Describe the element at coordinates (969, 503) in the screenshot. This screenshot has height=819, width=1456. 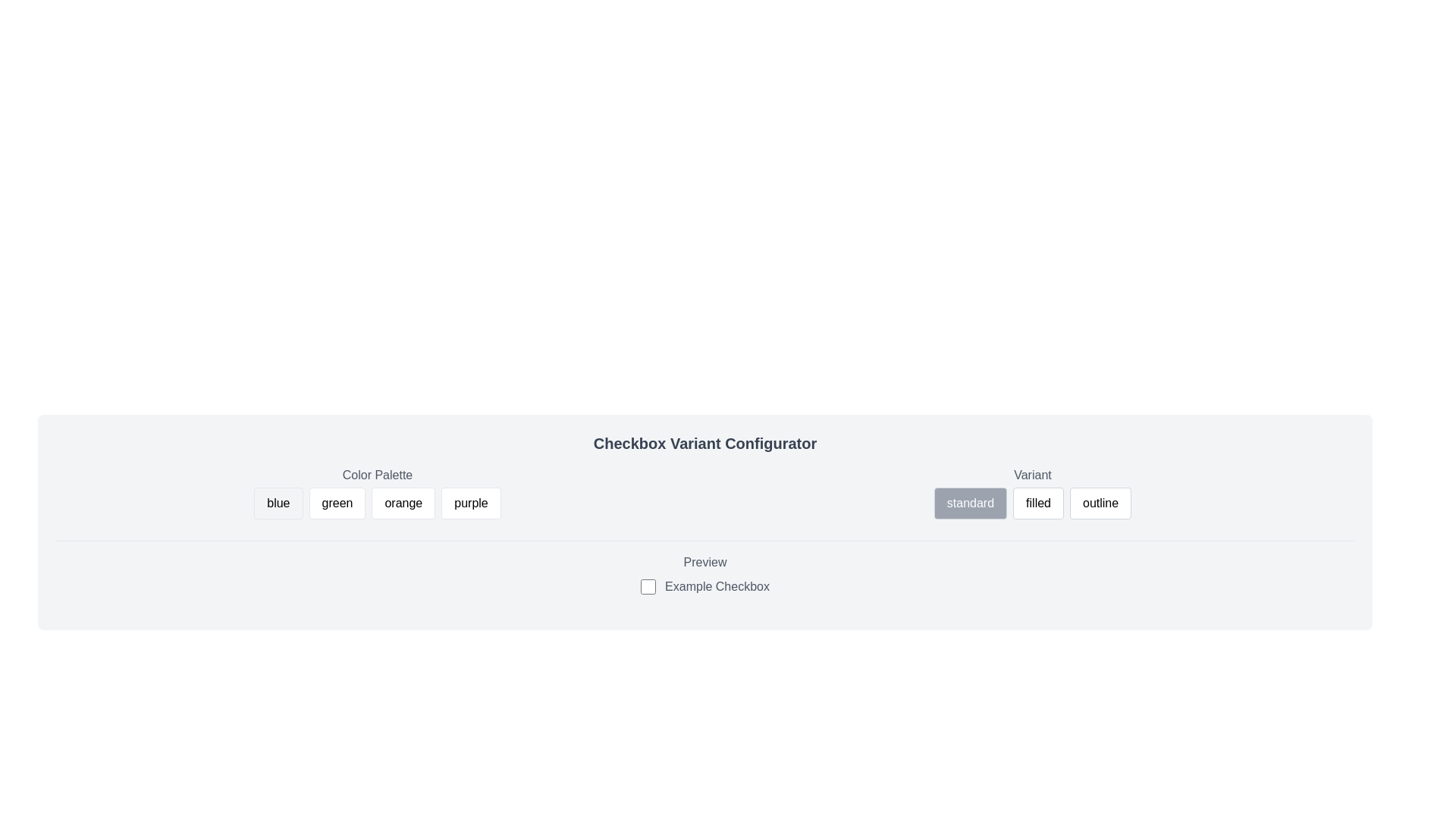
I see `the 'standard' variant button located in the 'Variant' section of the user interface` at that location.